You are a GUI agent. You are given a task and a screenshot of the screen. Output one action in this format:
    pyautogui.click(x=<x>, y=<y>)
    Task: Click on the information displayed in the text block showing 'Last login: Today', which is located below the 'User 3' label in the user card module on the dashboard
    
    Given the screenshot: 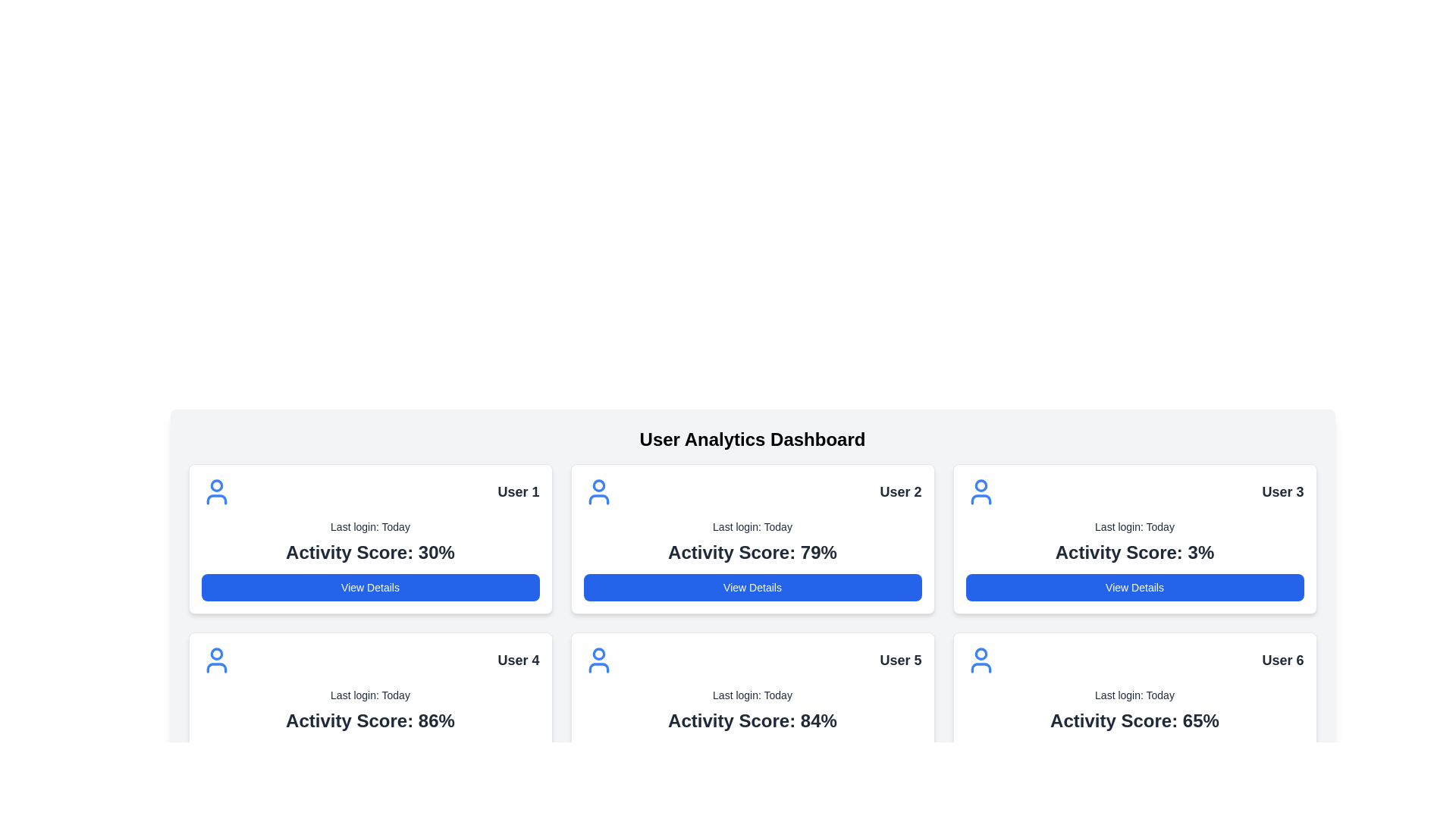 What is the action you would take?
    pyautogui.click(x=1134, y=526)
    